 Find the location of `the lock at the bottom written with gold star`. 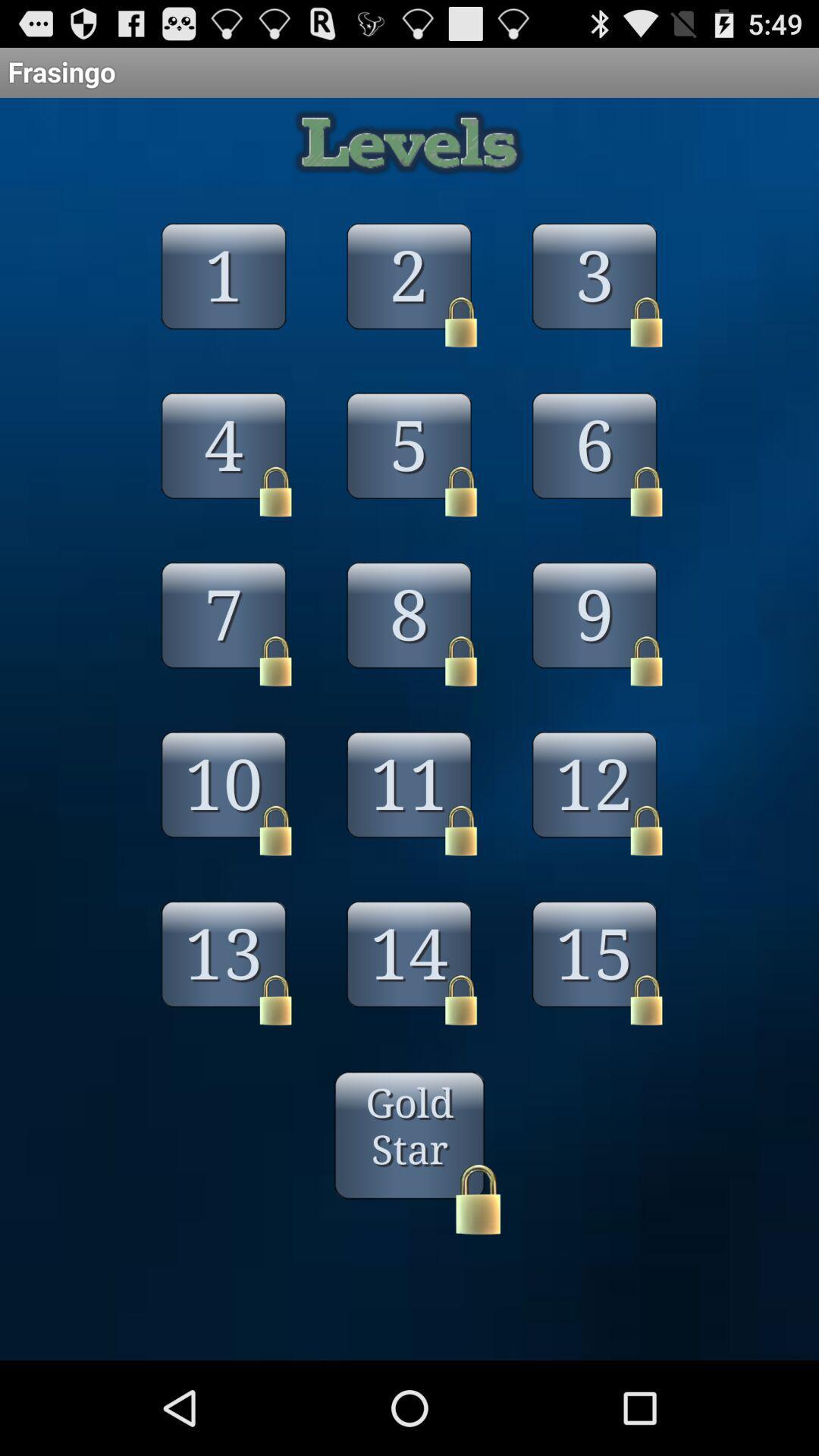

the lock at the bottom written with gold star is located at coordinates (479, 1199).